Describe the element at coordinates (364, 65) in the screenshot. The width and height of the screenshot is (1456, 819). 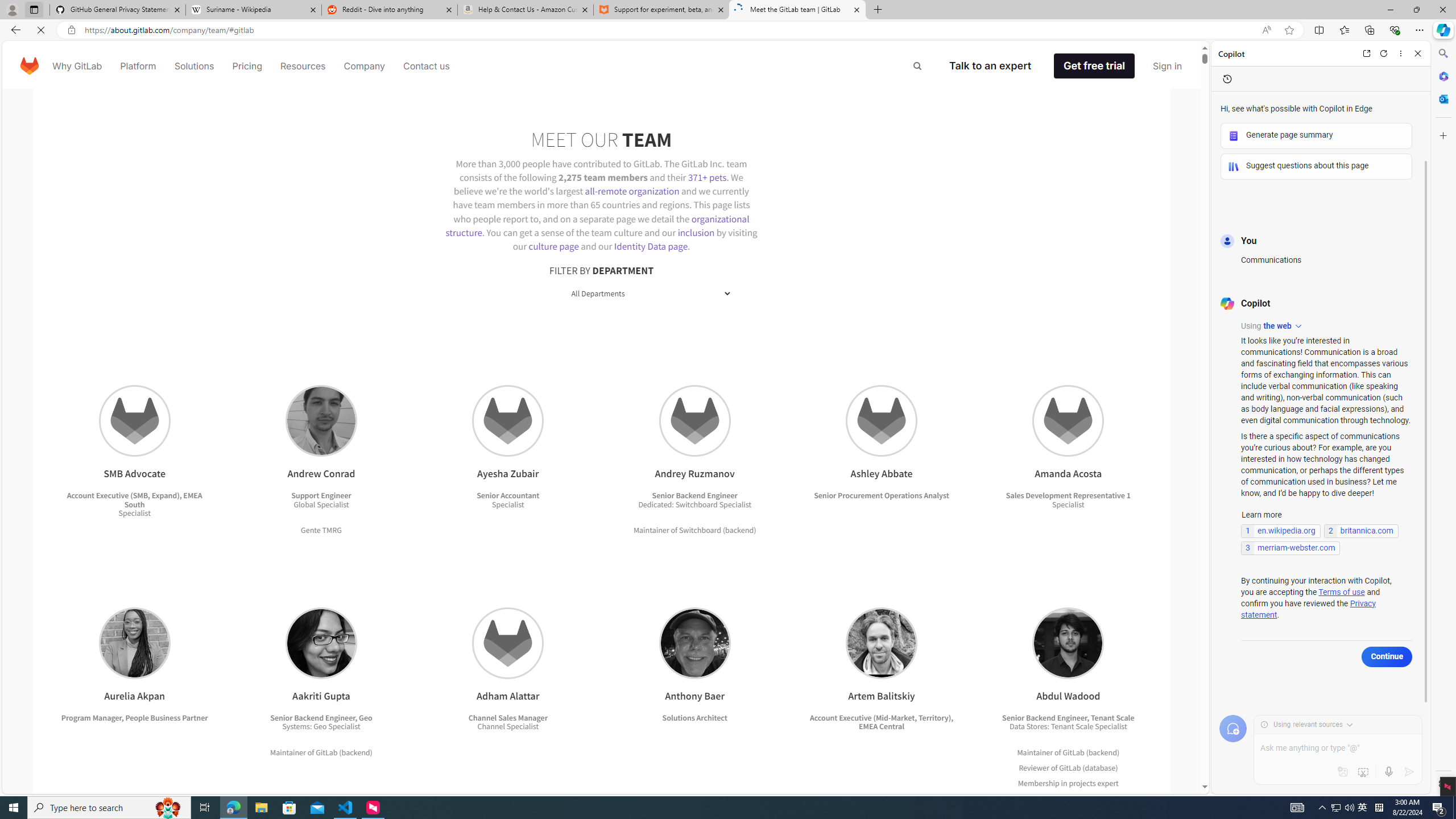
I see `'Company'` at that location.